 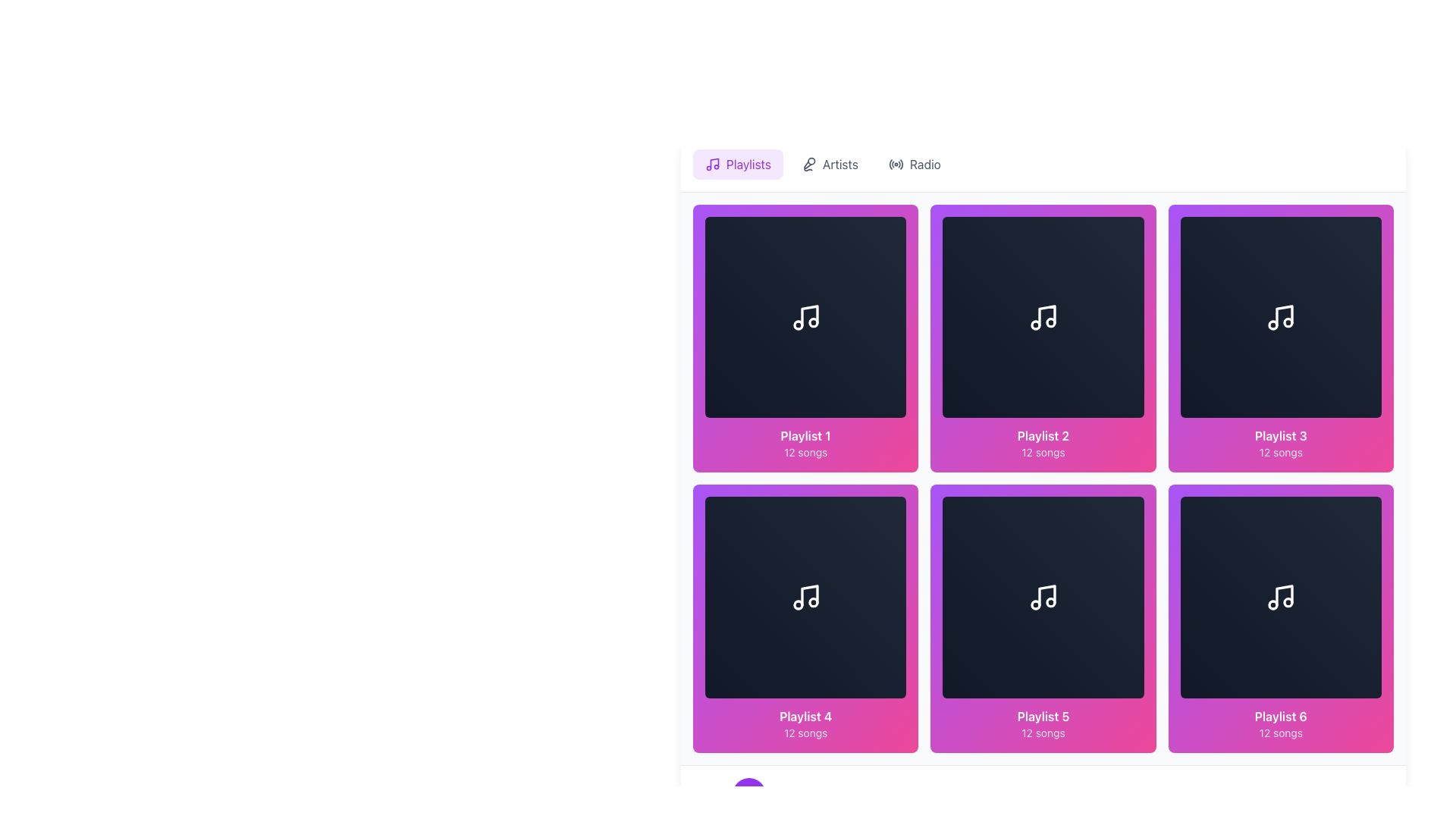 What do you see at coordinates (797, 604) in the screenshot?
I see `the decorative circle element associated with the musical note icon in the 'Playlist 4' card located in the lower left region of the playlist grid` at bounding box center [797, 604].